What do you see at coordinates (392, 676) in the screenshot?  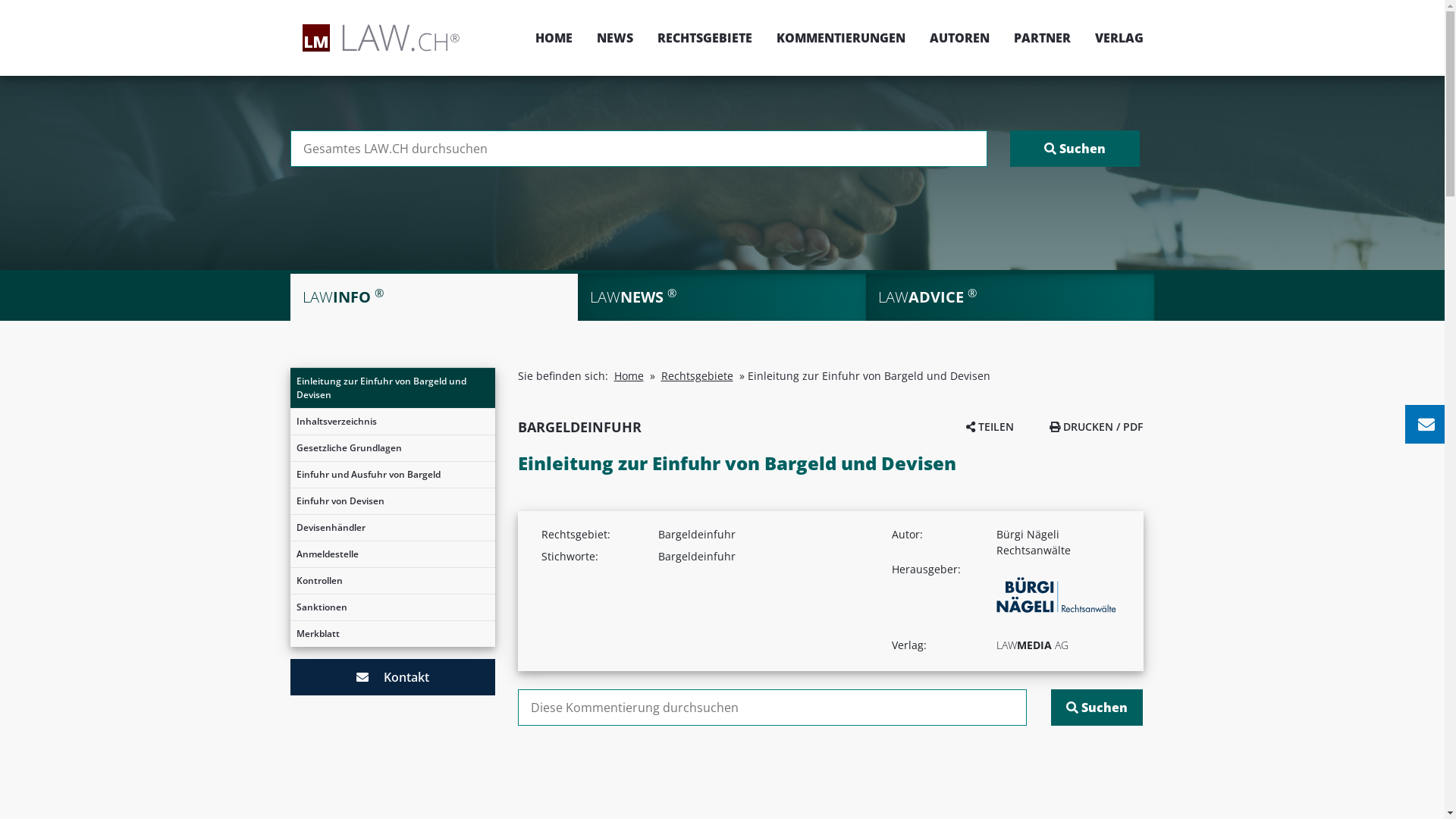 I see `'    Kontakt'` at bounding box center [392, 676].